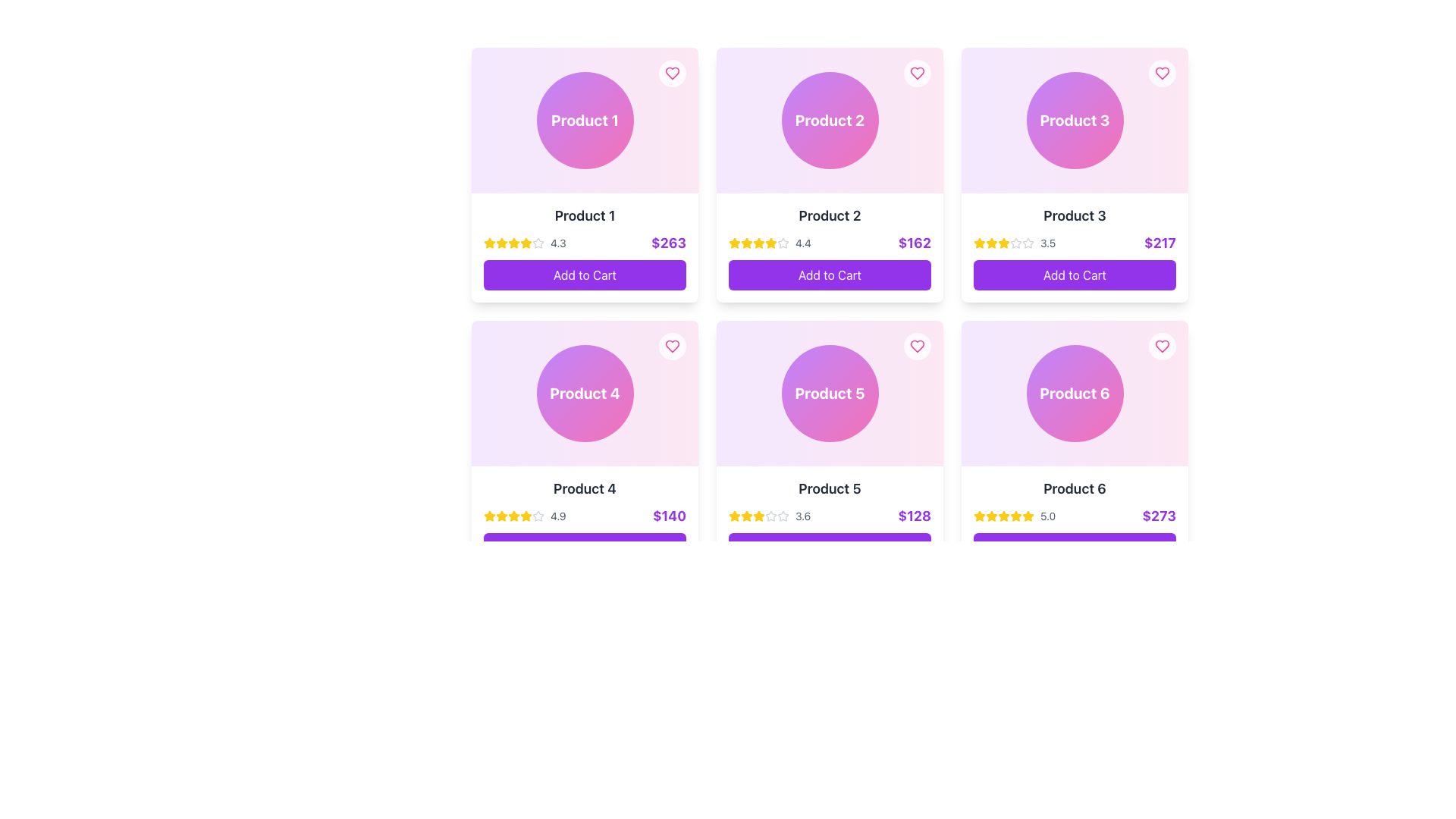 The width and height of the screenshot is (1456, 819). What do you see at coordinates (584, 247) in the screenshot?
I see `the product information display section that includes the title 'Product 1', a rating of 4.3 stars, a purple price tag of '$263', and a purple 'Add to Cart' button` at bounding box center [584, 247].